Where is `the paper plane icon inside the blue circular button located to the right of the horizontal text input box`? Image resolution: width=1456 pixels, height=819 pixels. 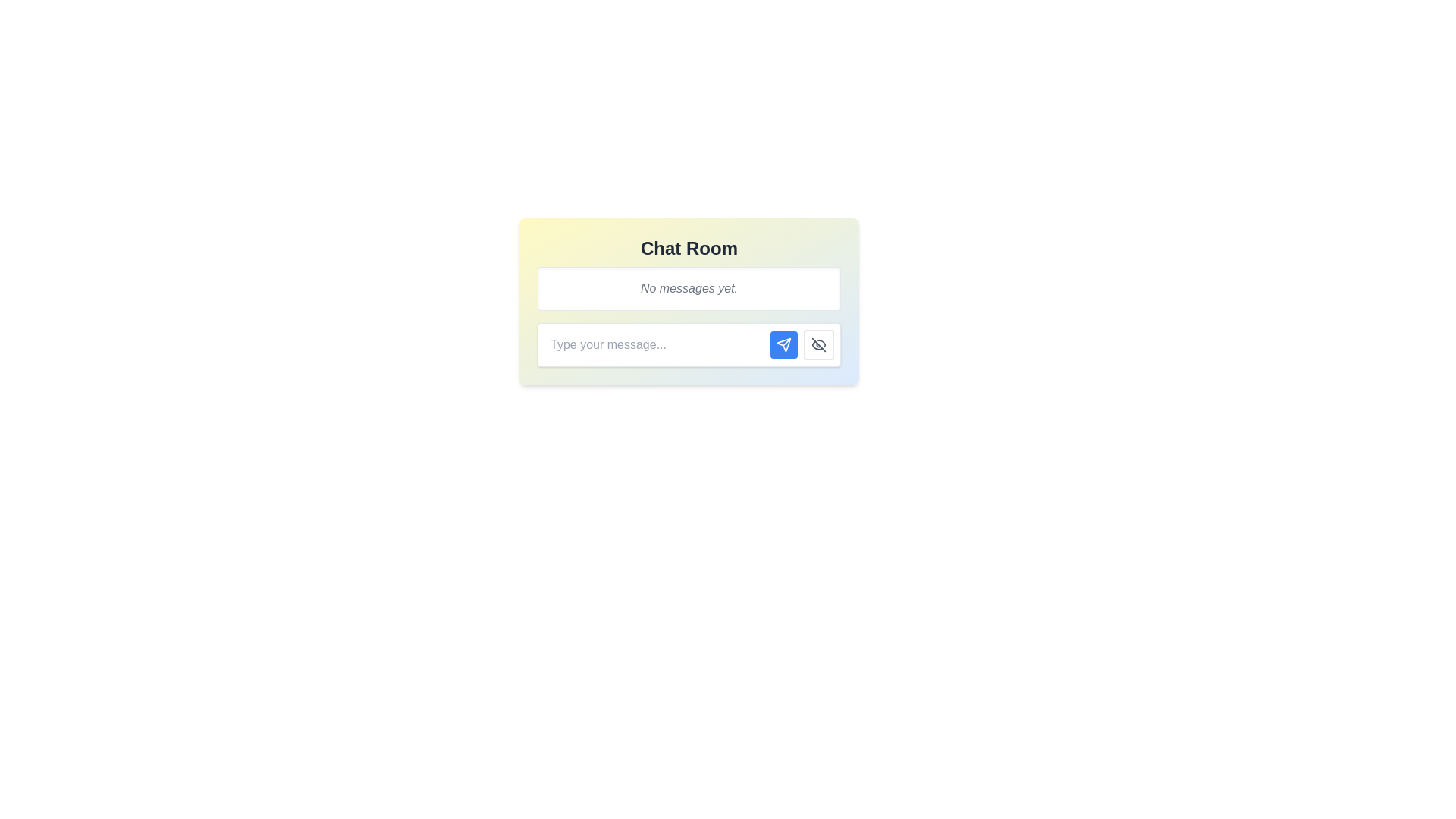
the paper plane icon inside the blue circular button located to the right of the horizontal text input box is located at coordinates (783, 345).